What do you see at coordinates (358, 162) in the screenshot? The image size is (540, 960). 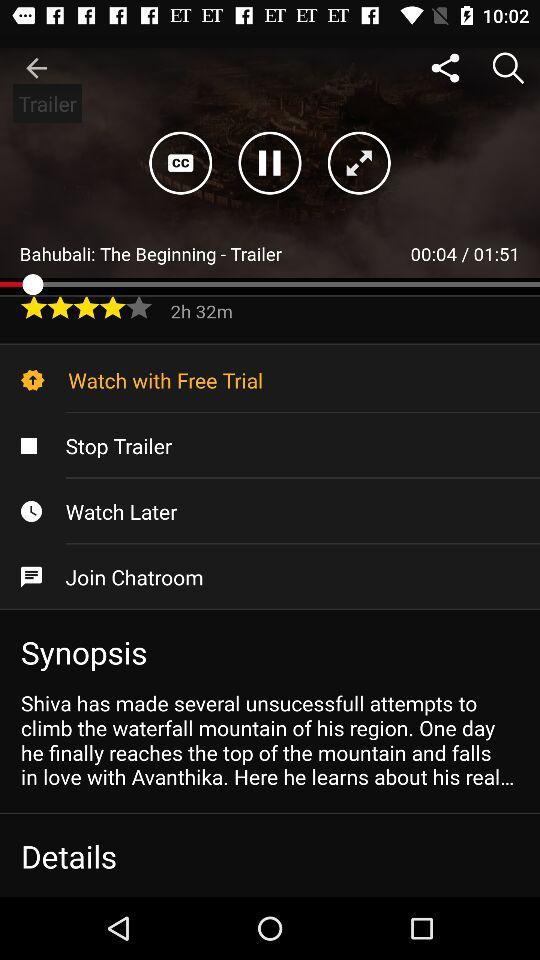 I see `the fullscreen icon` at bounding box center [358, 162].